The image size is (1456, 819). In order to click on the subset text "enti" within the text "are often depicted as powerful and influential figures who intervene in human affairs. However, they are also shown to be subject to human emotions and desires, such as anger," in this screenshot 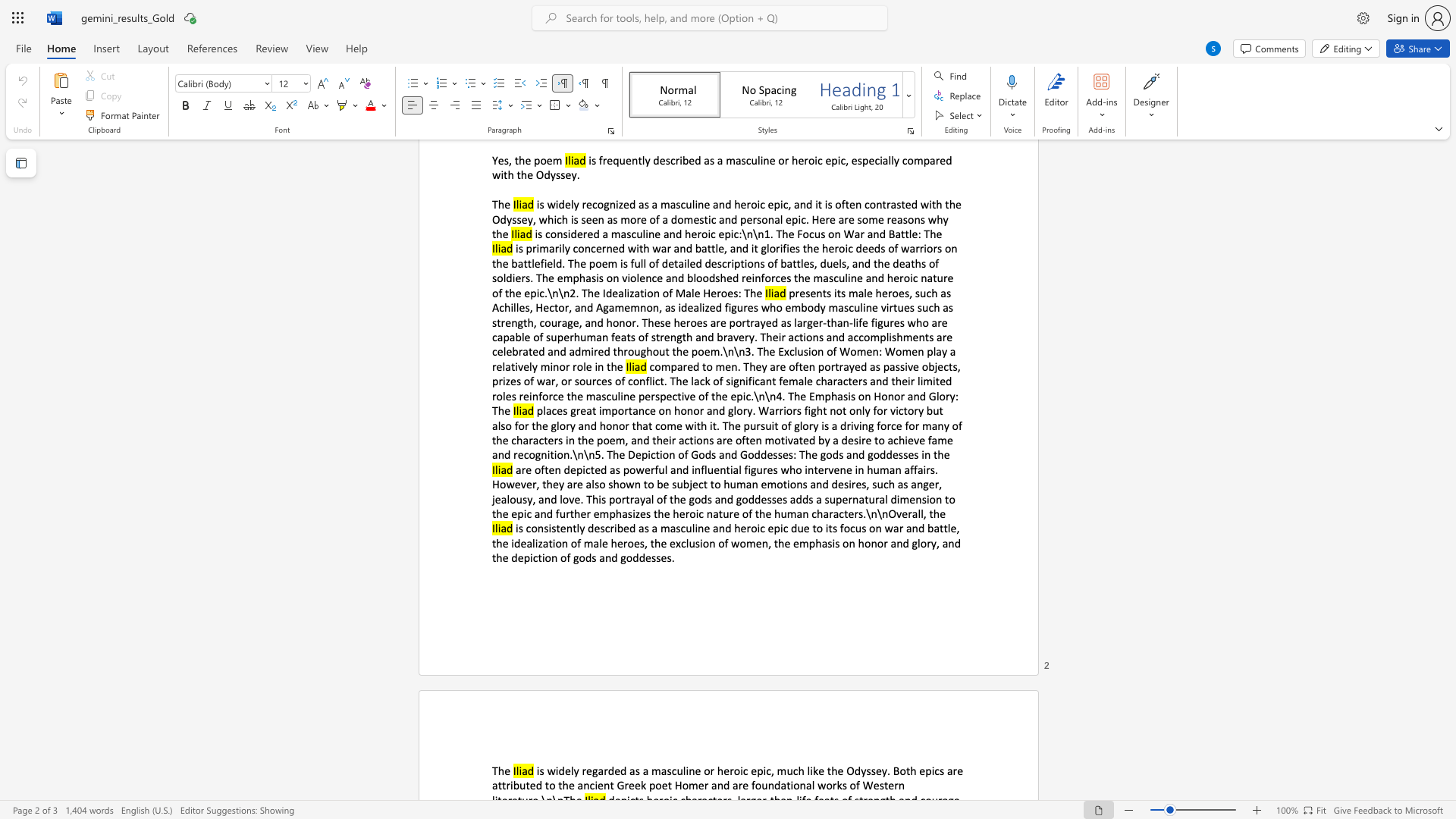, I will do `click(713, 469)`.